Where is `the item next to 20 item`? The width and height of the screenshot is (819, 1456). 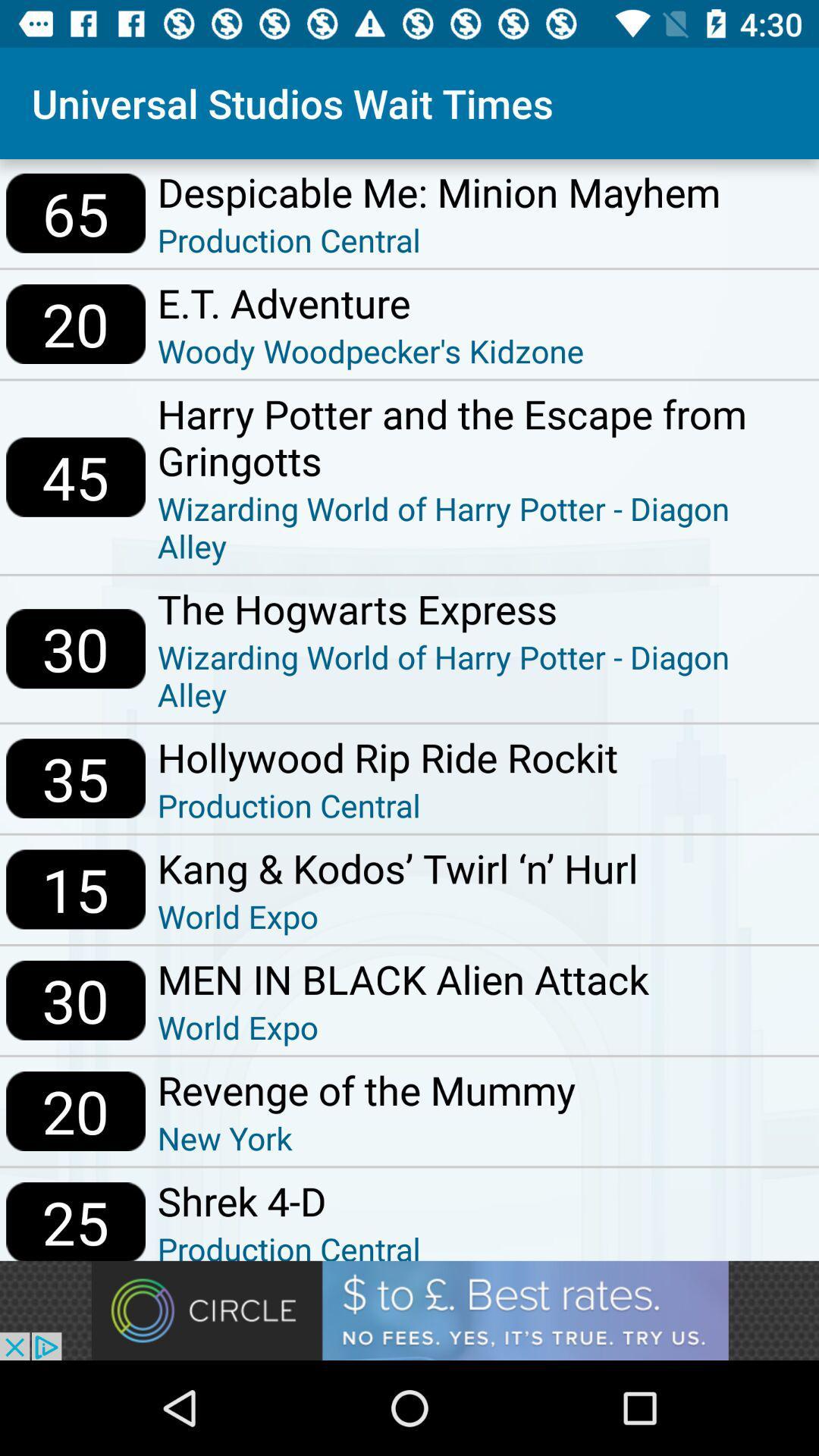 the item next to 20 item is located at coordinates (371, 350).